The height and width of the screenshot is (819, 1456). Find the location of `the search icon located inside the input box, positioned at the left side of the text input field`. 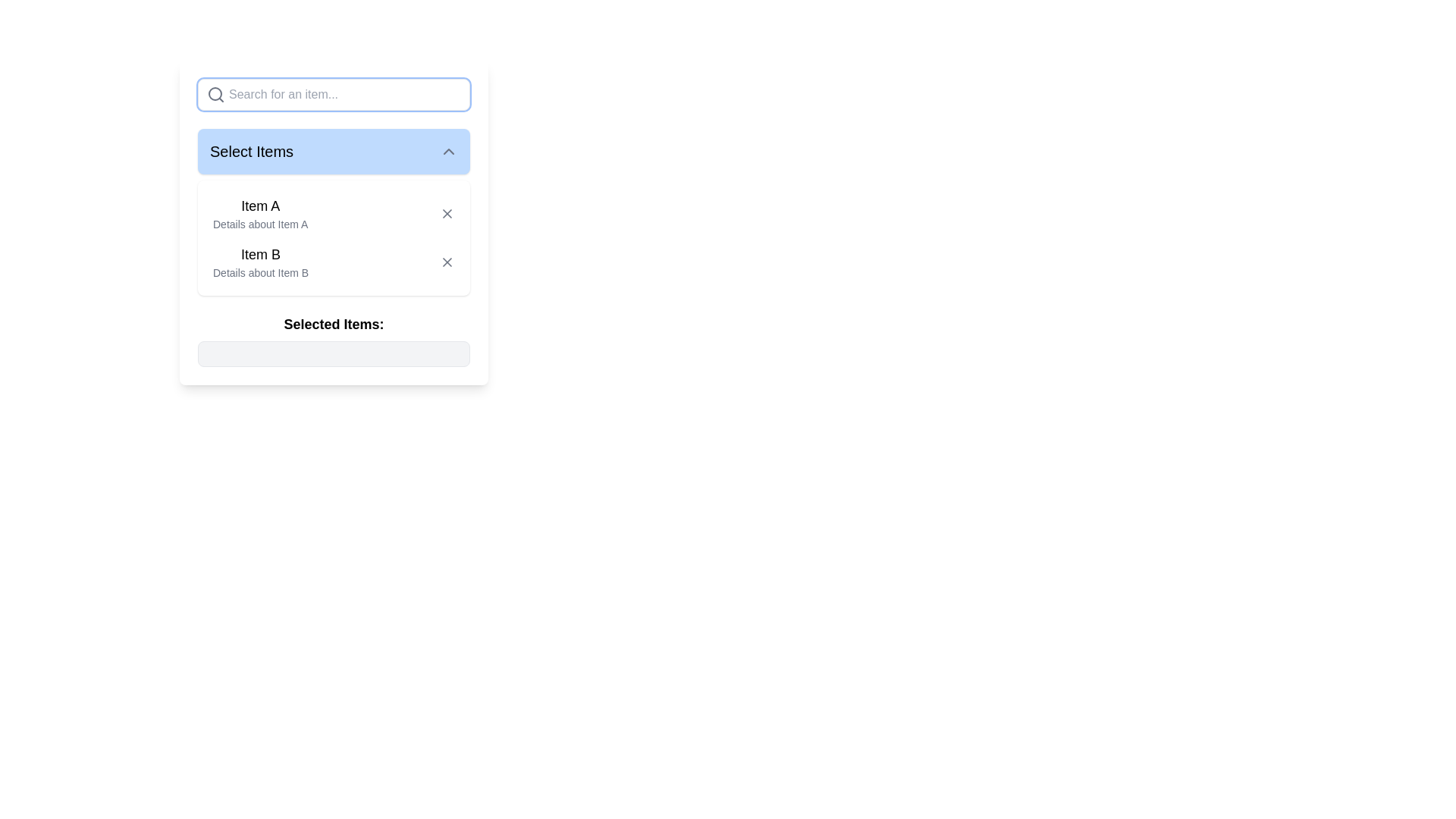

the search icon located inside the input box, positioned at the left side of the text input field is located at coordinates (215, 94).